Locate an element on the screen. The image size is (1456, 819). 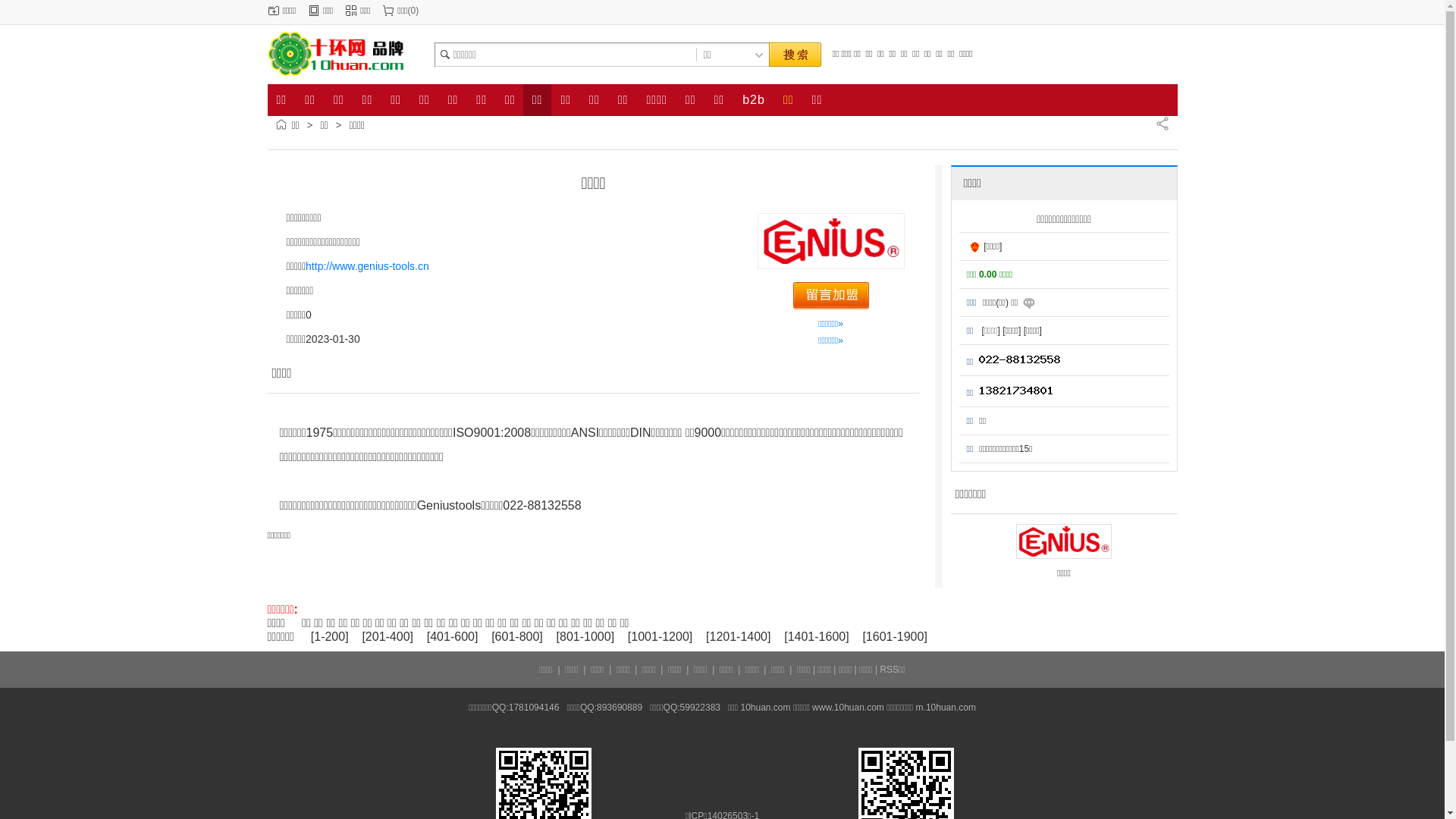
'b2b' is located at coordinates (753, 99).